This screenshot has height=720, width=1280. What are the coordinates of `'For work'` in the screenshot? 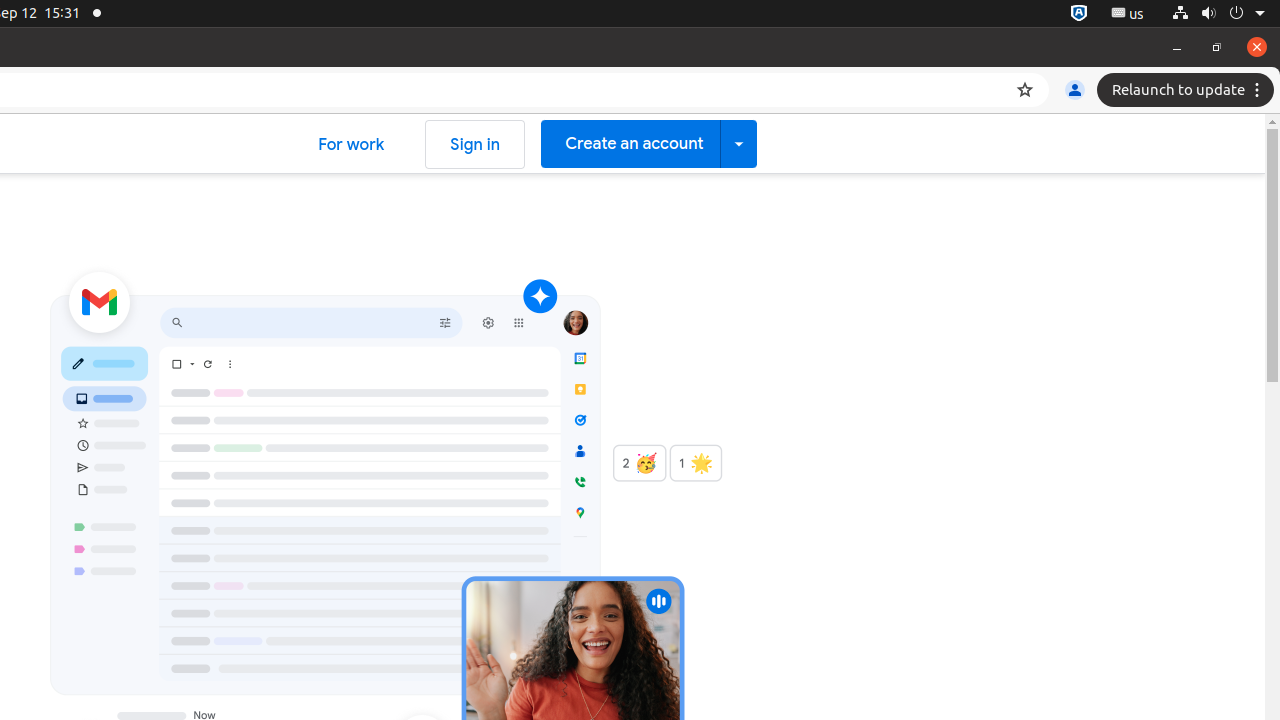 It's located at (351, 143).